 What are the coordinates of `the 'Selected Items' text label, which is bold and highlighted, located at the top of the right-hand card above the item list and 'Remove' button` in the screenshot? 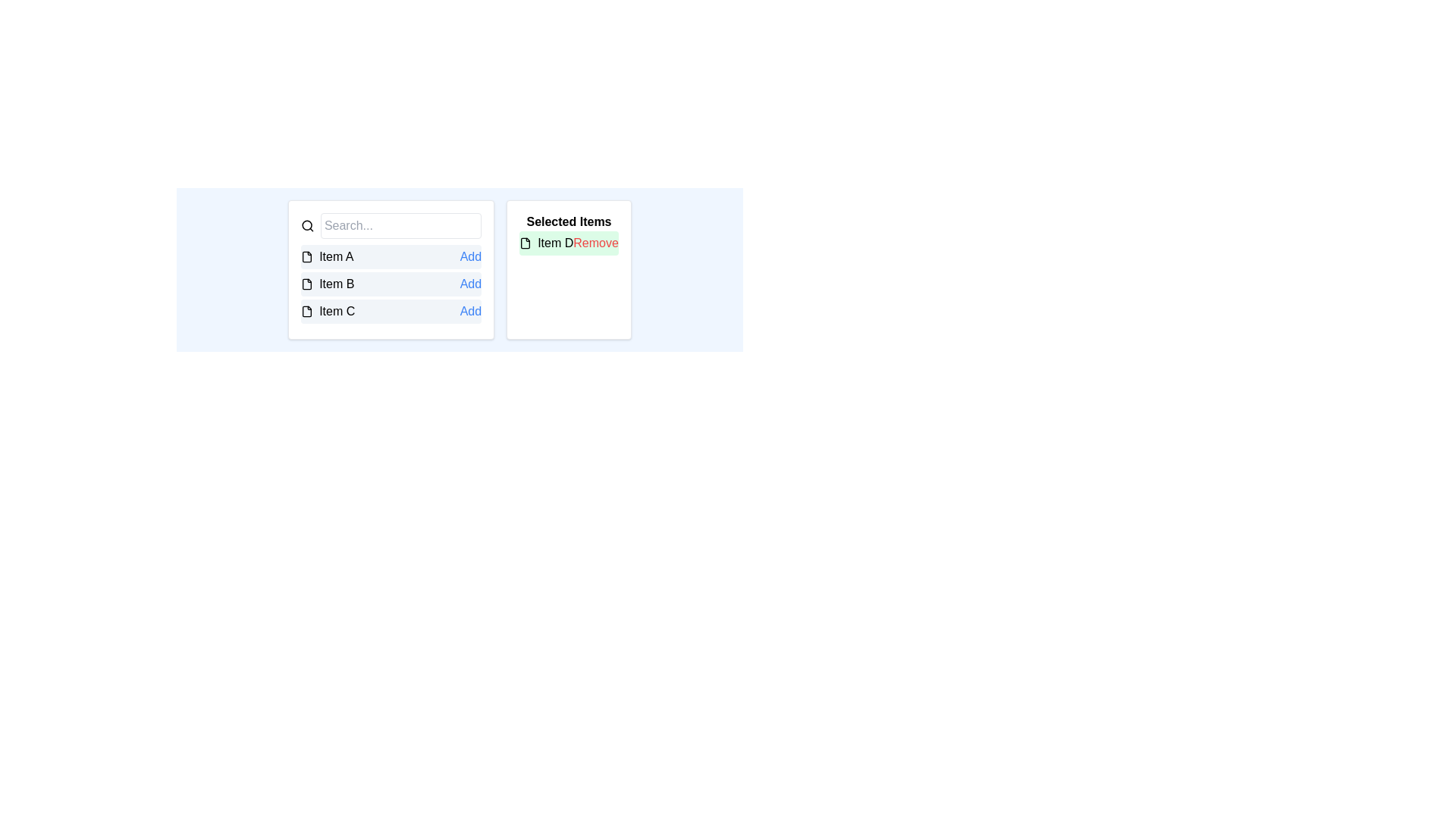 It's located at (568, 221).